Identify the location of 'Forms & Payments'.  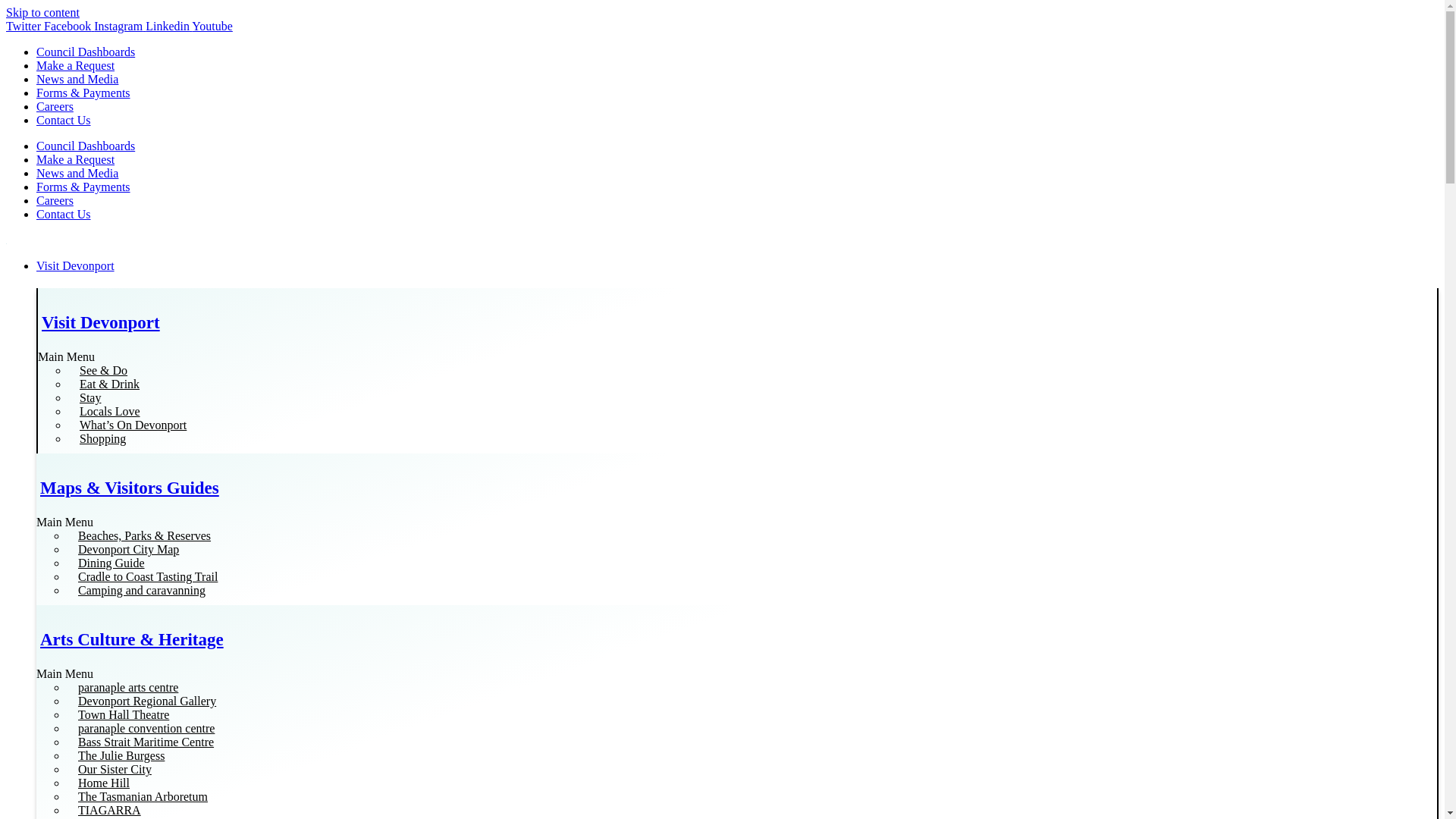
(83, 93).